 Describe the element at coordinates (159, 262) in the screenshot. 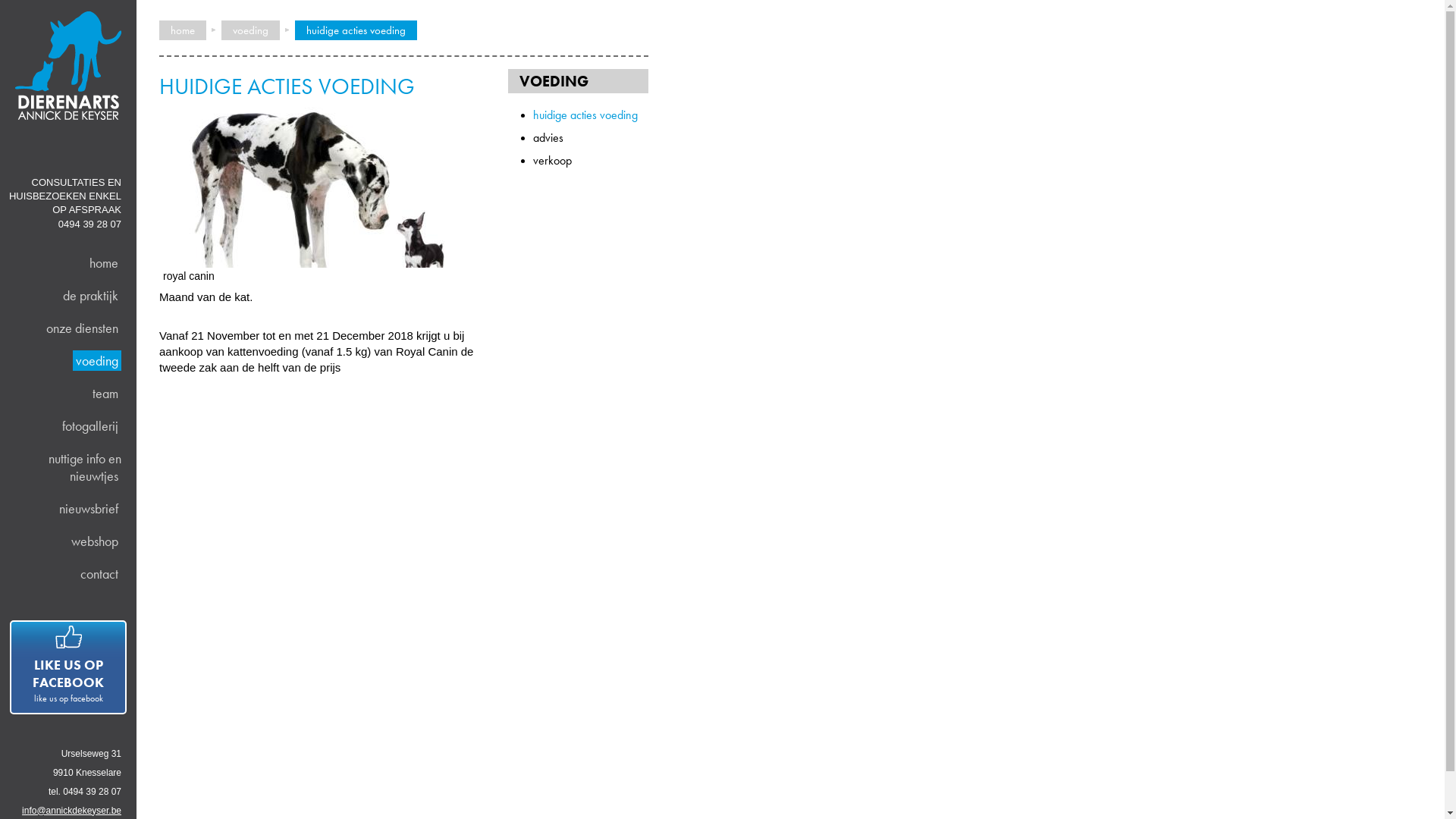

I see `'royal canin'` at that location.